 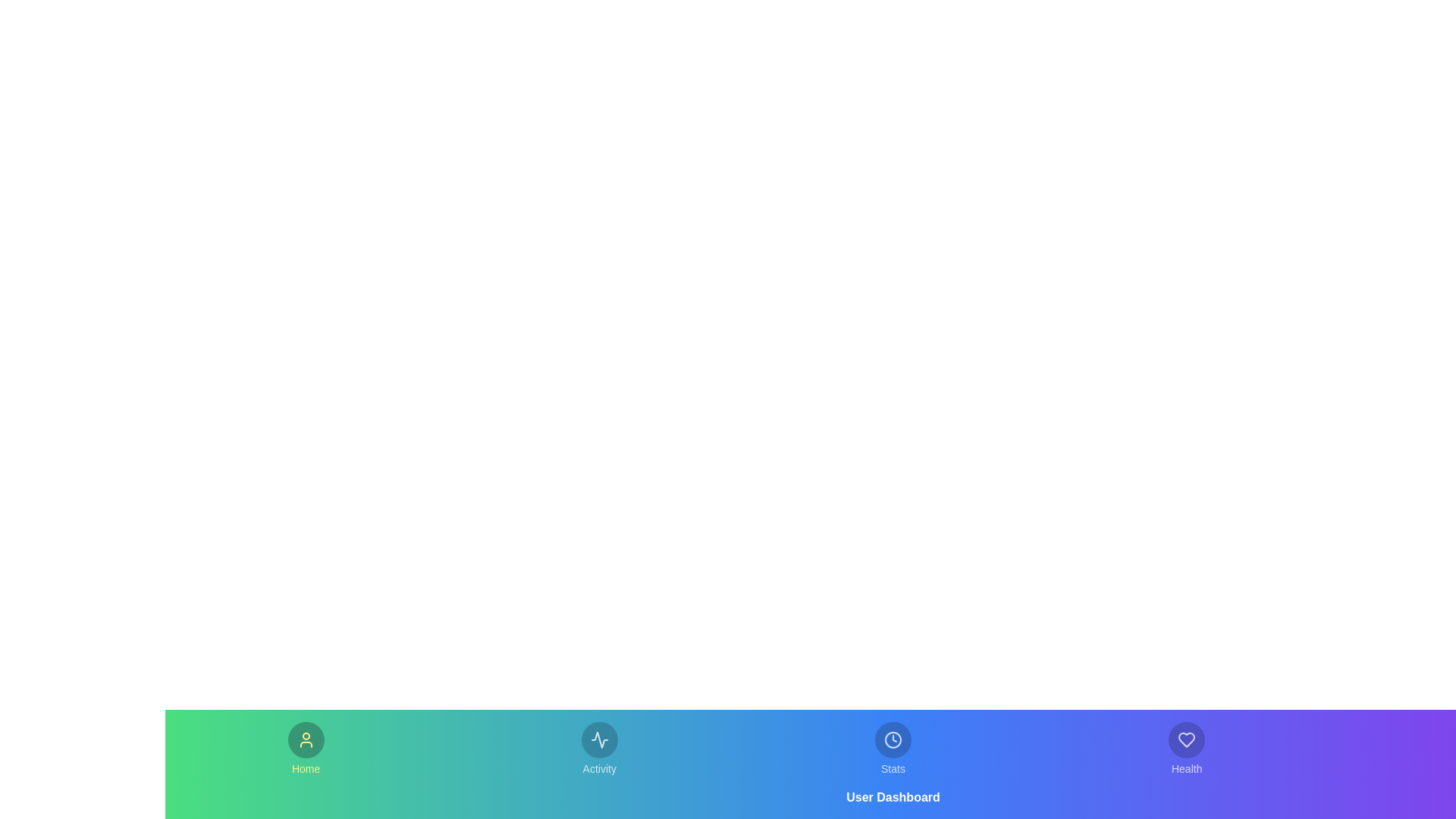 I want to click on the Health tab in the bottom navigation, so click(x=1186, y=748).